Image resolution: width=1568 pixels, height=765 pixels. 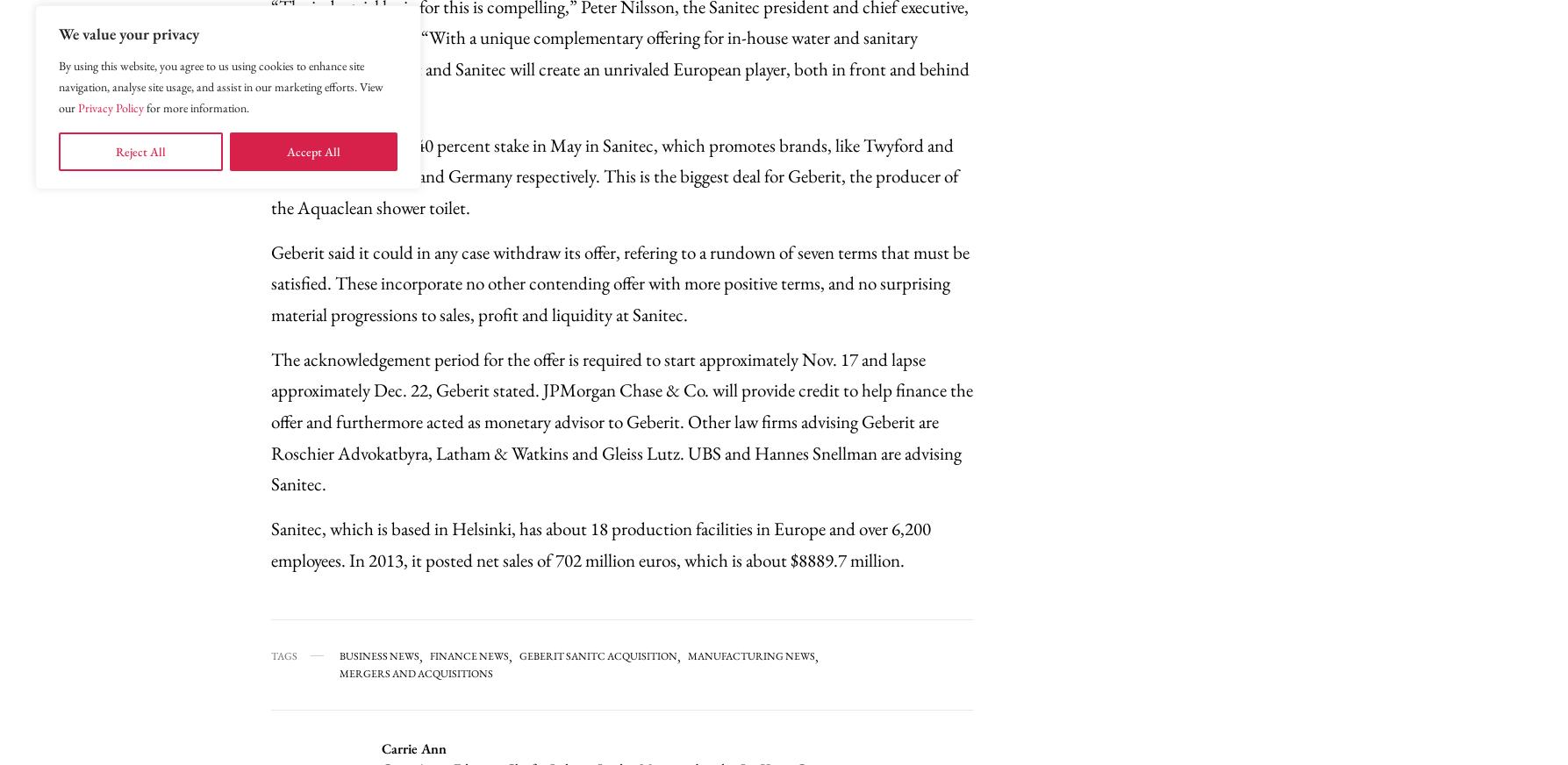 I want to click on 'Sanitec, which is based in Helsinki, has about 18 production facilities in Europe and over 6,200 employees. In 2013, it posted net sales of 702 million euros, which is about $8889.7 million.', so click(x=599, y=543).